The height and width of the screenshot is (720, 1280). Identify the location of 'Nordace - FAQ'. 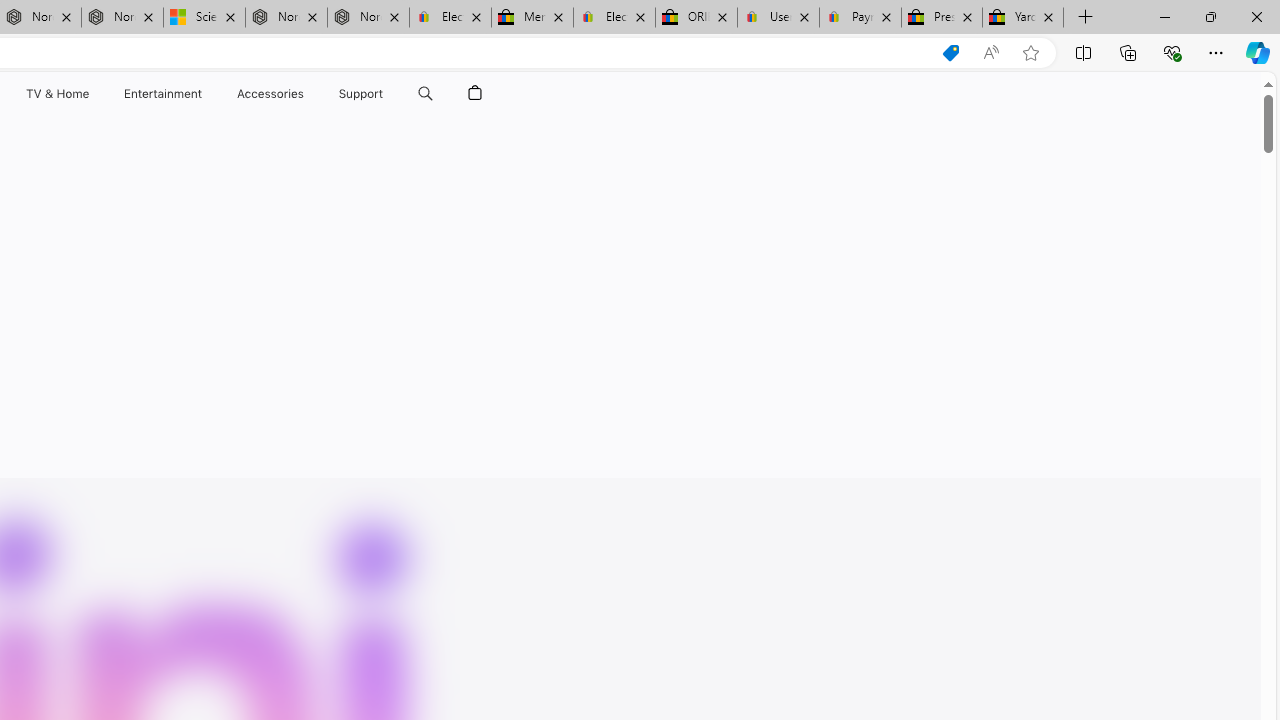
(368, 17).